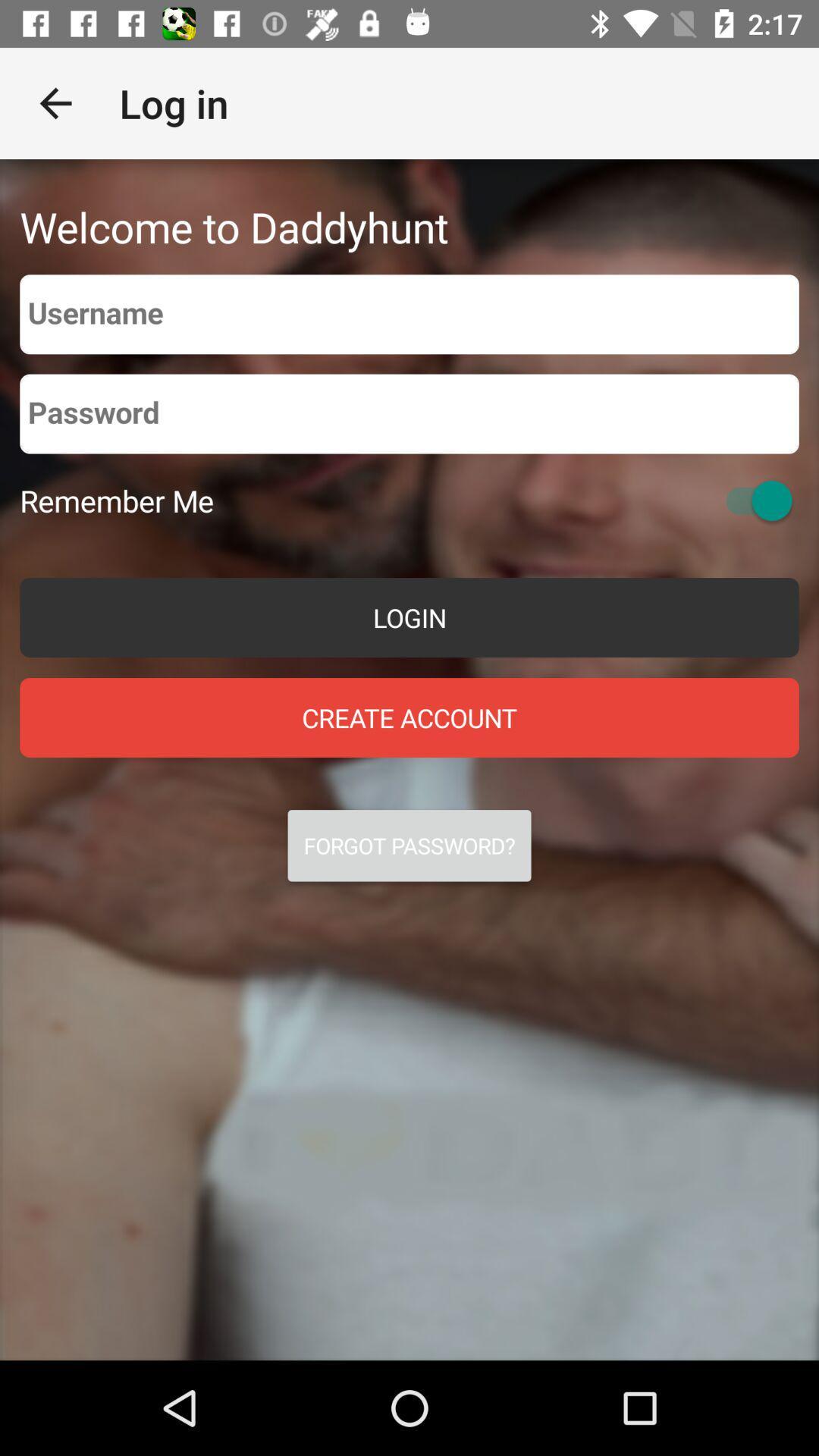  I want to click on the icon below the login, so click(409, 717).